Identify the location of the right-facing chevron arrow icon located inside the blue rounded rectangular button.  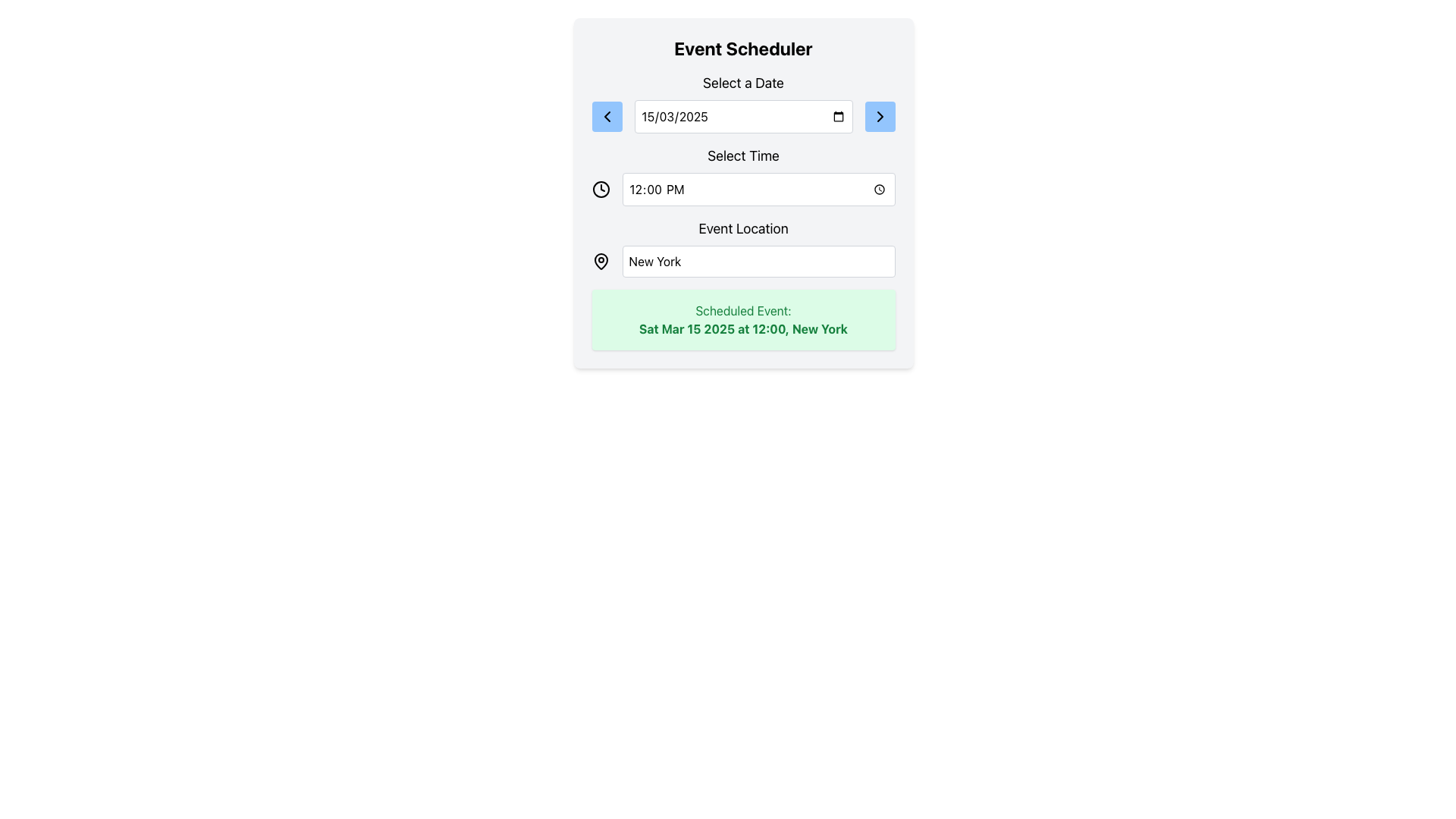
(880, 116).